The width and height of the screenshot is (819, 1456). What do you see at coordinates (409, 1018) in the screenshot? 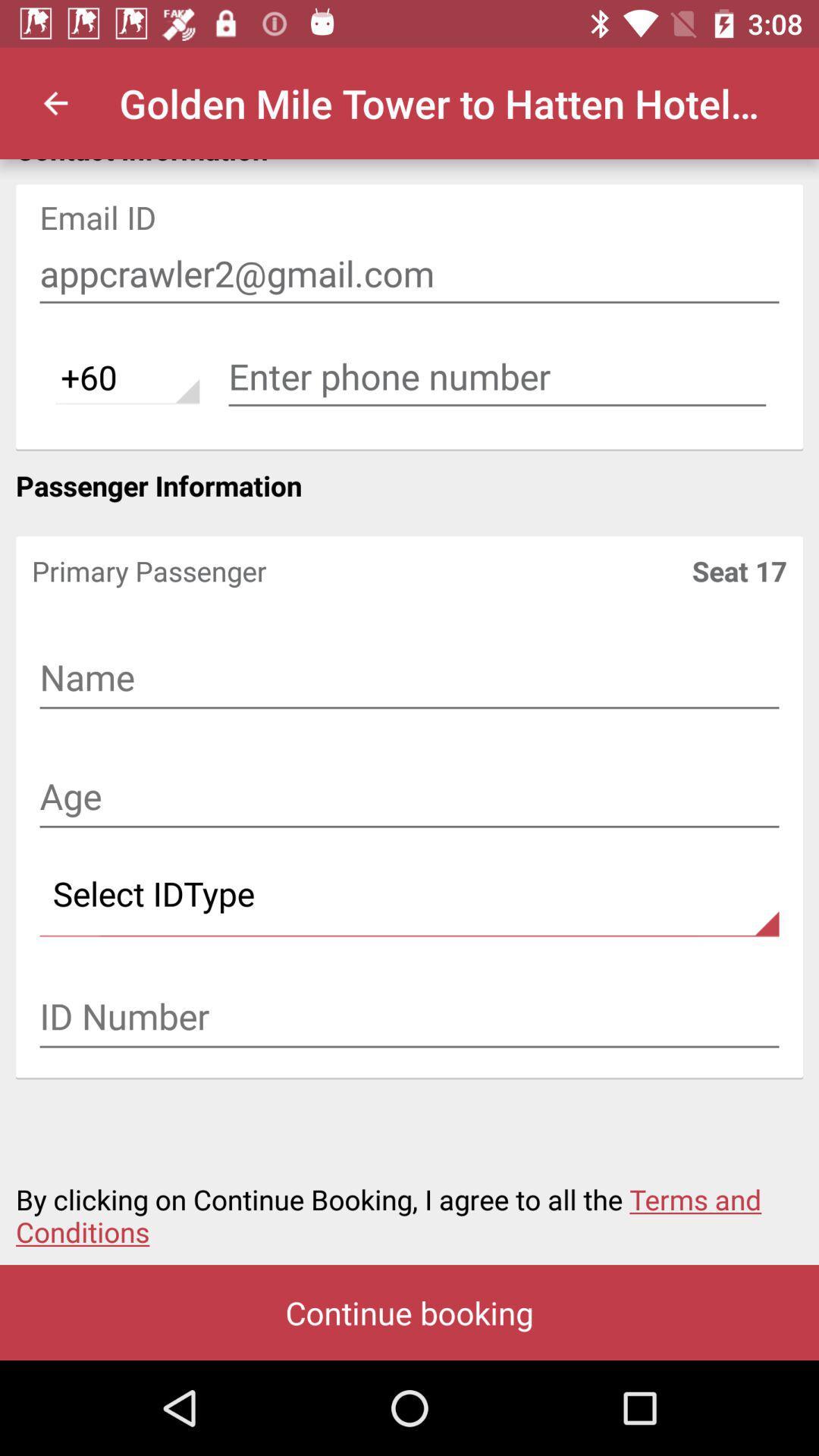
I see `id number field` at bounding box center [409, 1018].